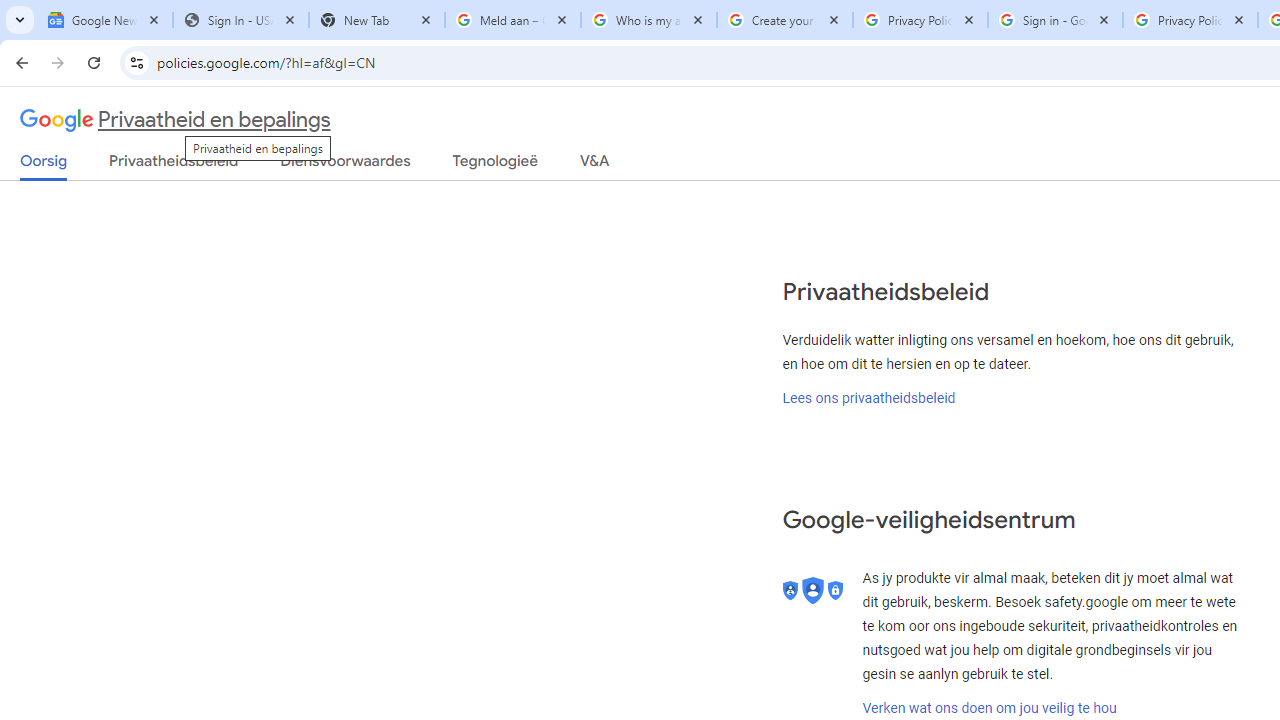 This screenshot has height=720, width=1280. Describe the element at coordinates (869, 397) in the screenshot. I see `'Lees ons privaatheidsbeleid'` at that location.